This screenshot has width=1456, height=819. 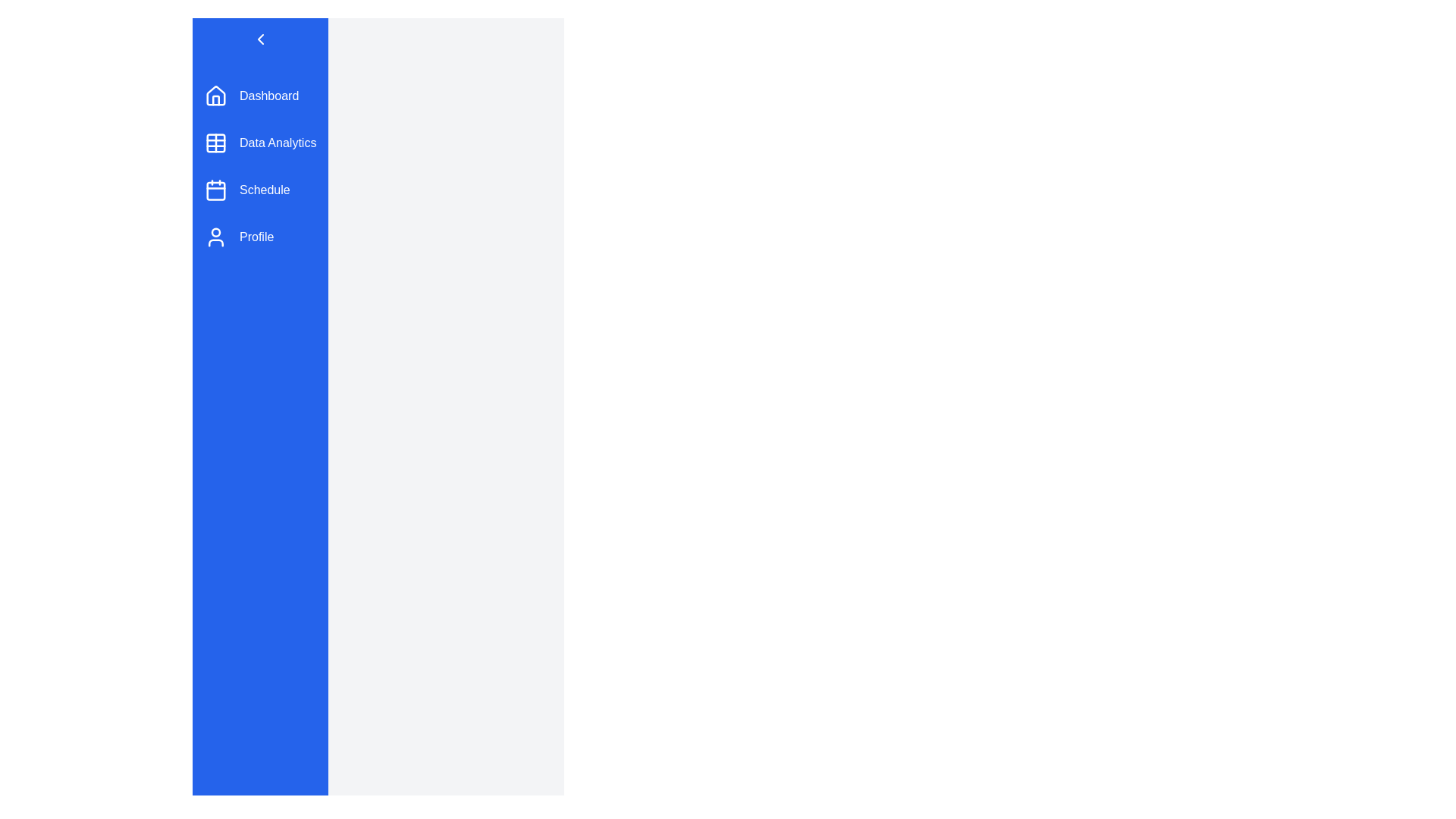 I want to click on the menu item labeled 'Profile' to trigger its hover effect, so click(x=260, y=237).